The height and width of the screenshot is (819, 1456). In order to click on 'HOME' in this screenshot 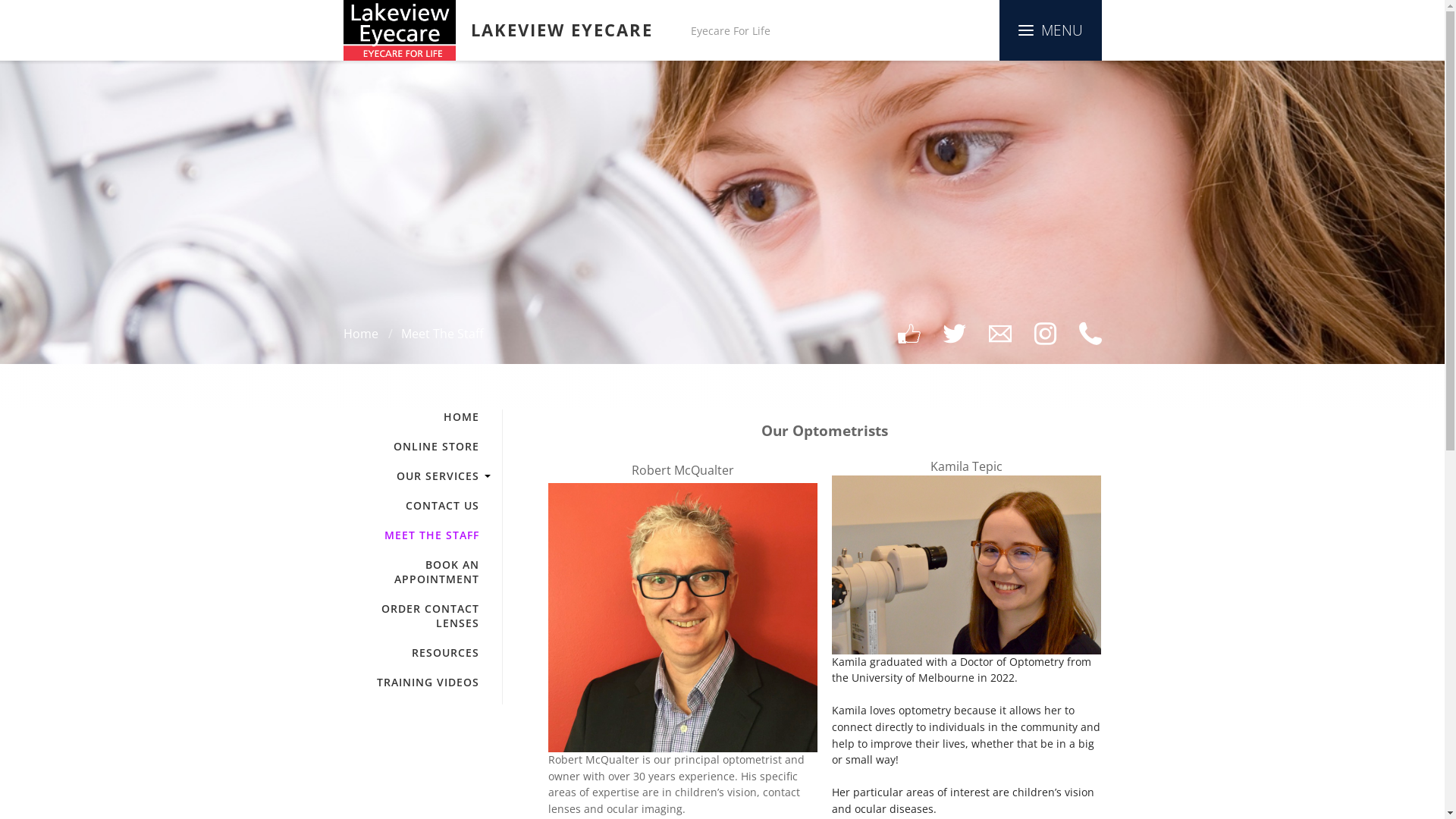, I will do `click(410, 416)`.